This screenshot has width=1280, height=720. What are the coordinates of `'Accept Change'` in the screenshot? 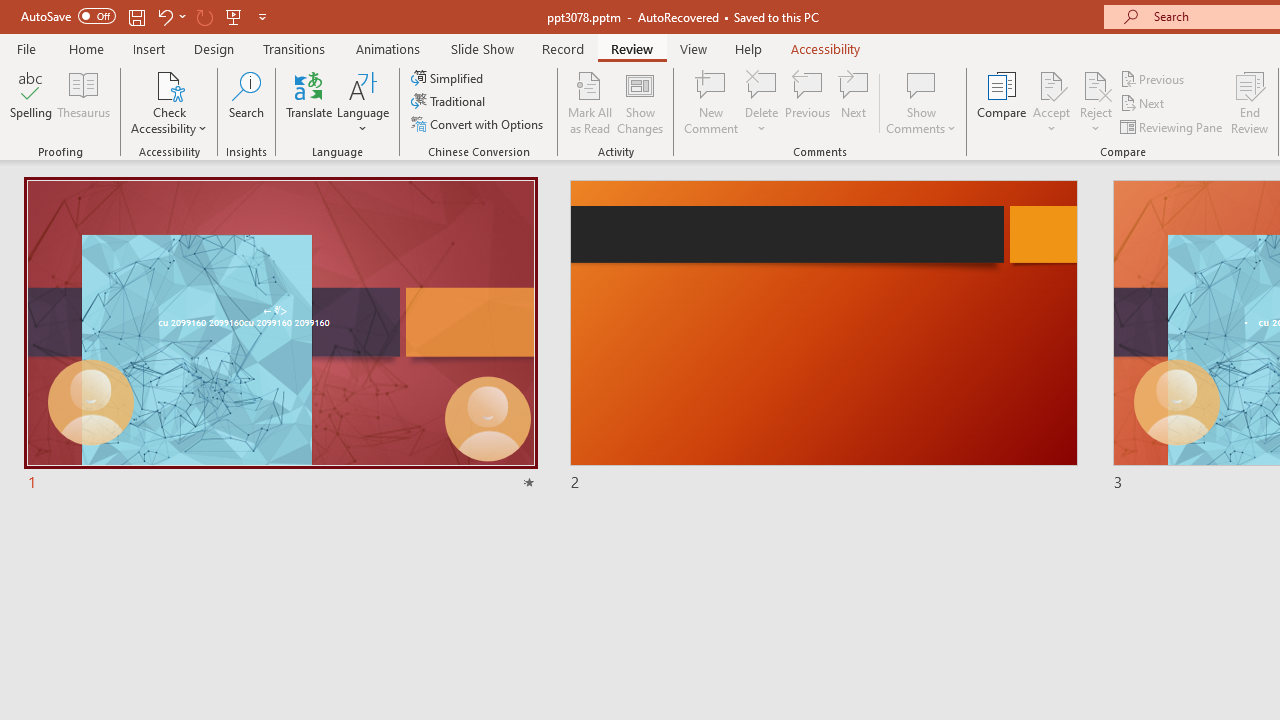 It's located at (1050, 84).